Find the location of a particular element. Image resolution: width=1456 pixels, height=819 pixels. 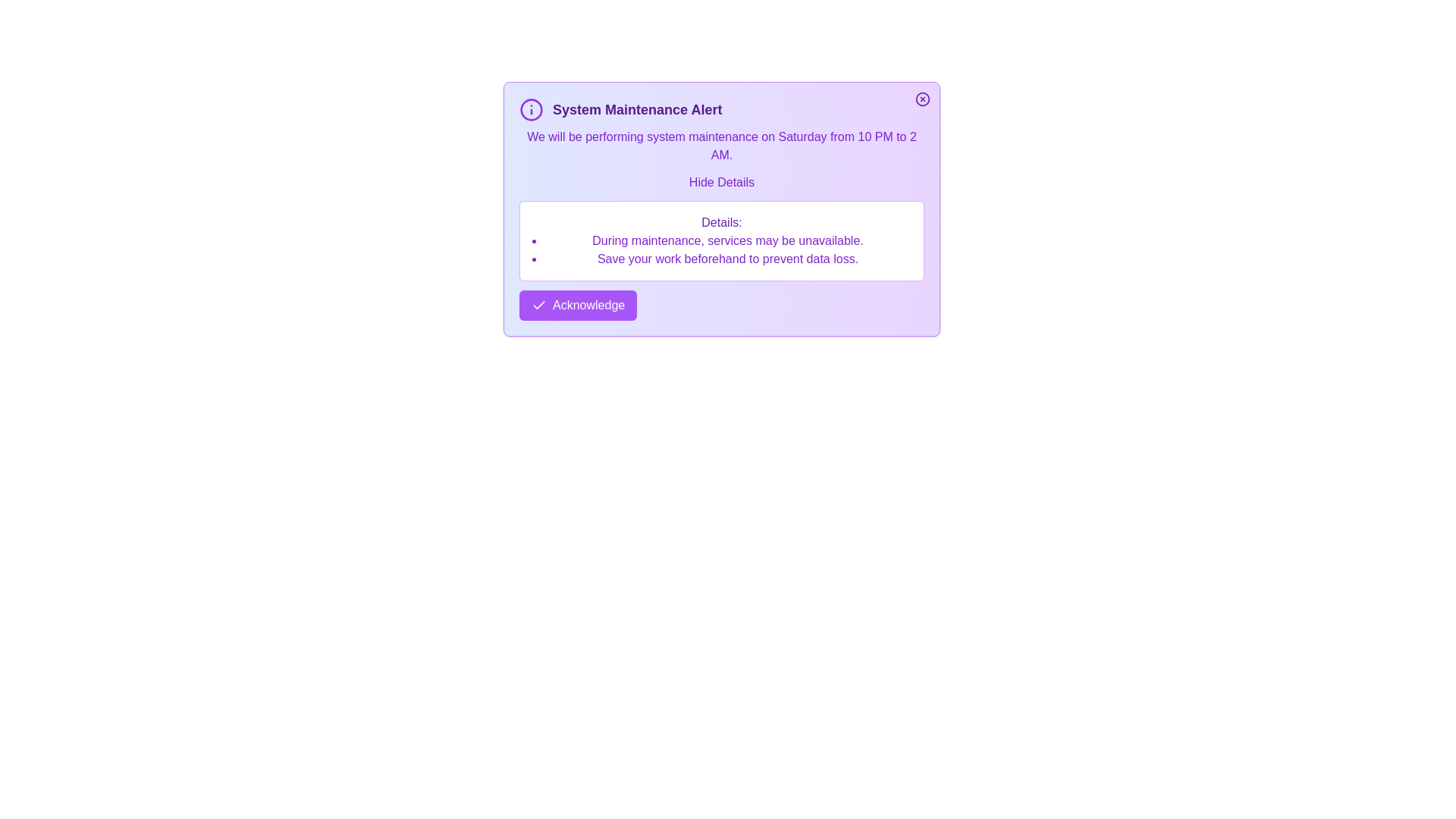

close button in the top-right corner of the alert is located at coordinates (922, 99).